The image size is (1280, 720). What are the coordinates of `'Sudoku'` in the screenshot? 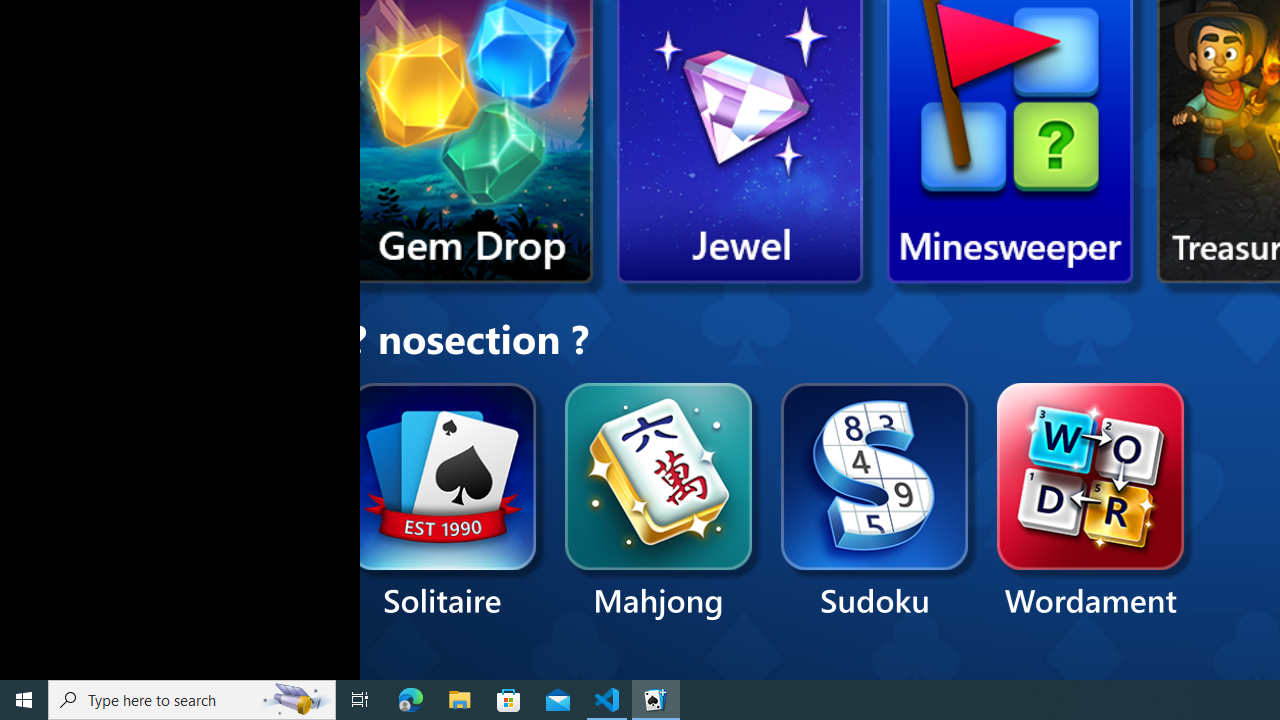 It's located at (875, 501).